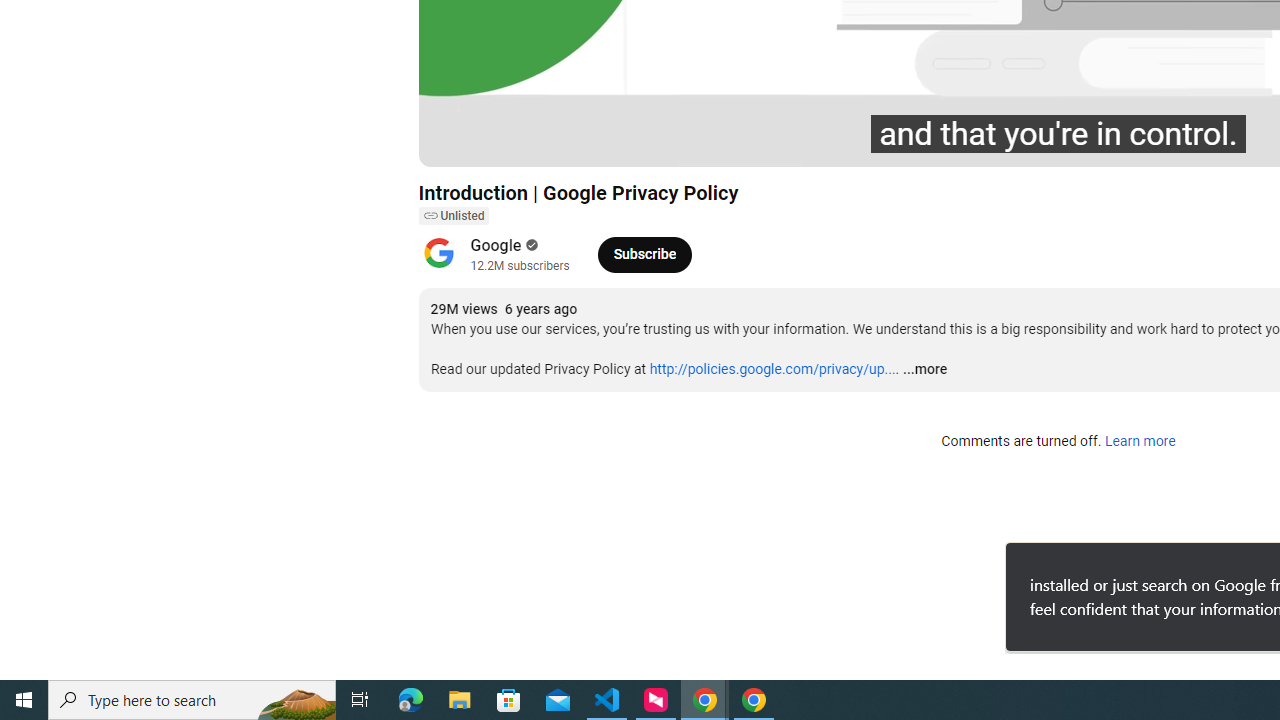 This screenshot has width=1280, height=720. I want to click on 'Learn more', so click(1139, 441).